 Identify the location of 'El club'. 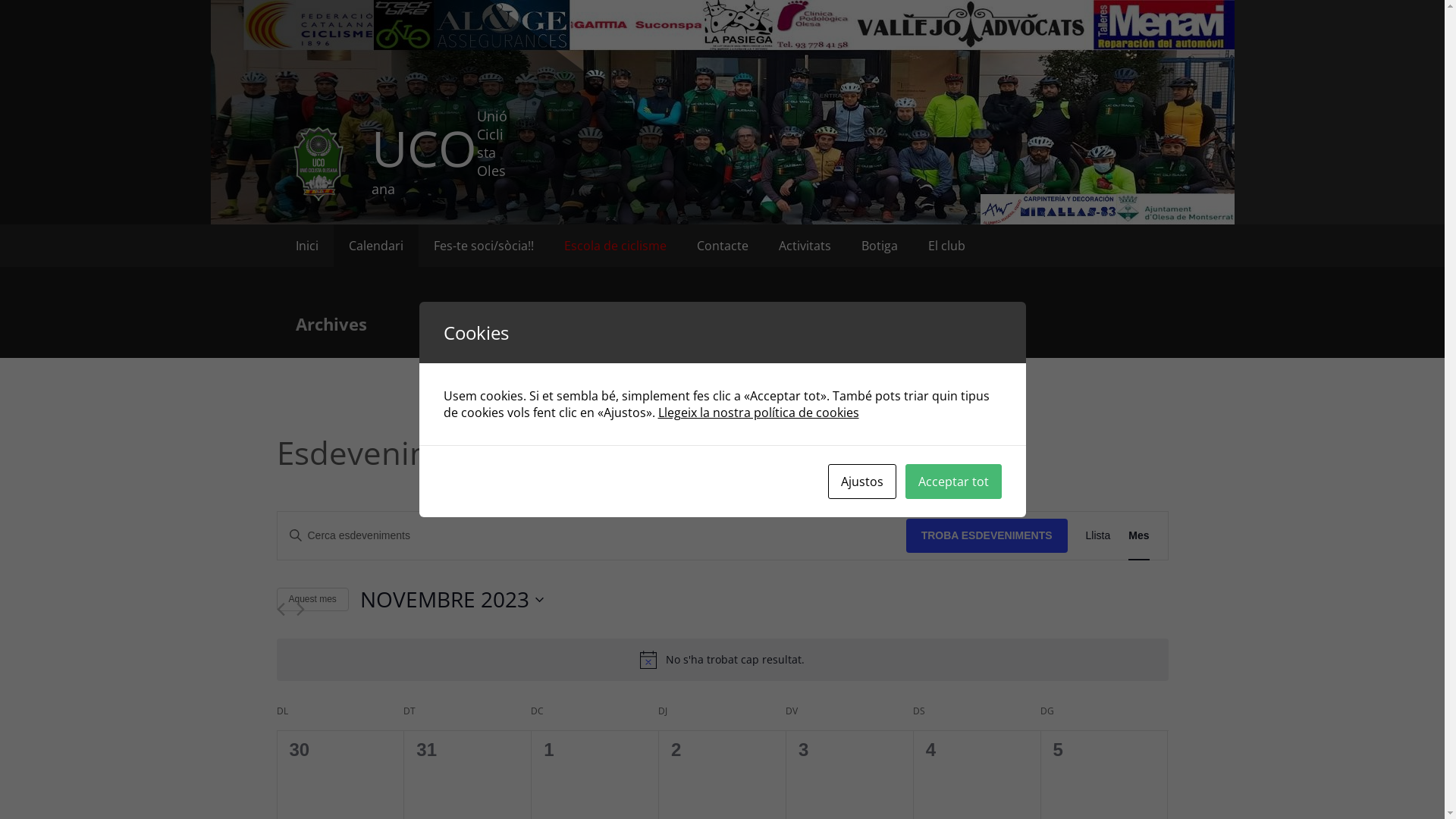
(946, 245).